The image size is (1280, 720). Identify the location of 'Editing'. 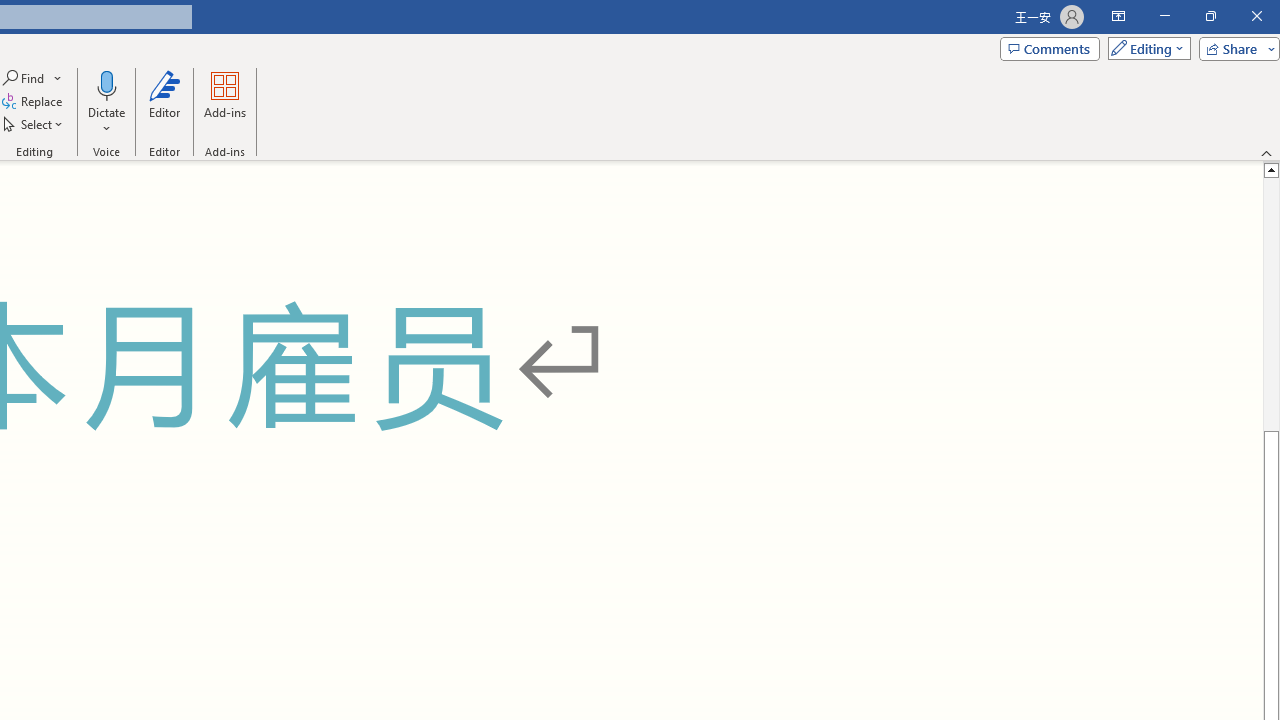
(1144, 47).